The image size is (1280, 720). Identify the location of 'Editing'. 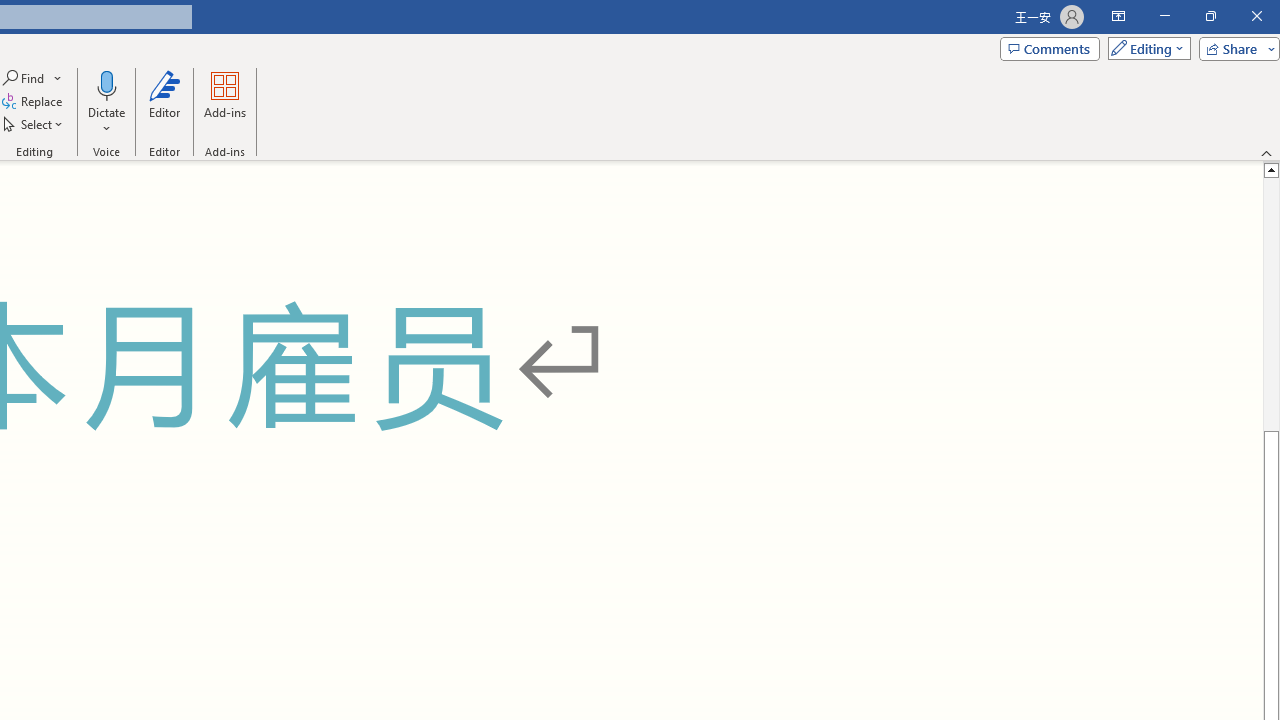
(1144, 47).